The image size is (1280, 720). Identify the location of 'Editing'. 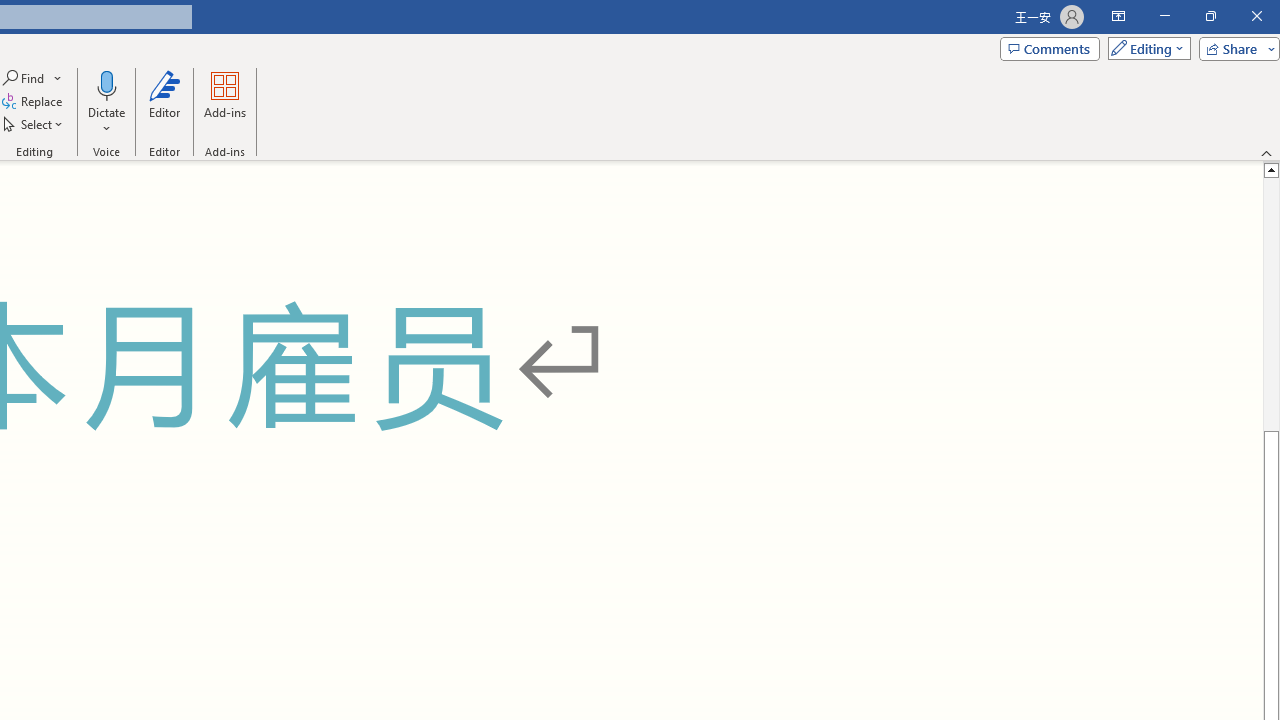
(1144, 47).